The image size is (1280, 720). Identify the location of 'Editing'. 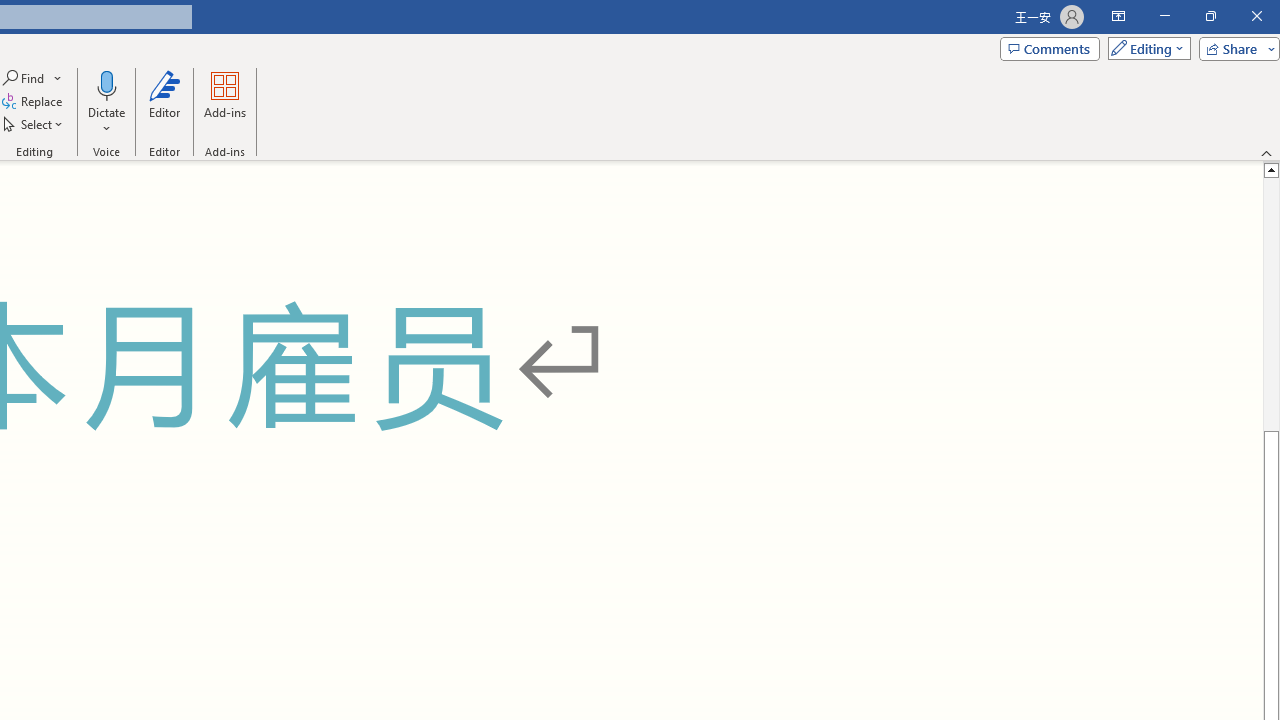
(1144, 47).